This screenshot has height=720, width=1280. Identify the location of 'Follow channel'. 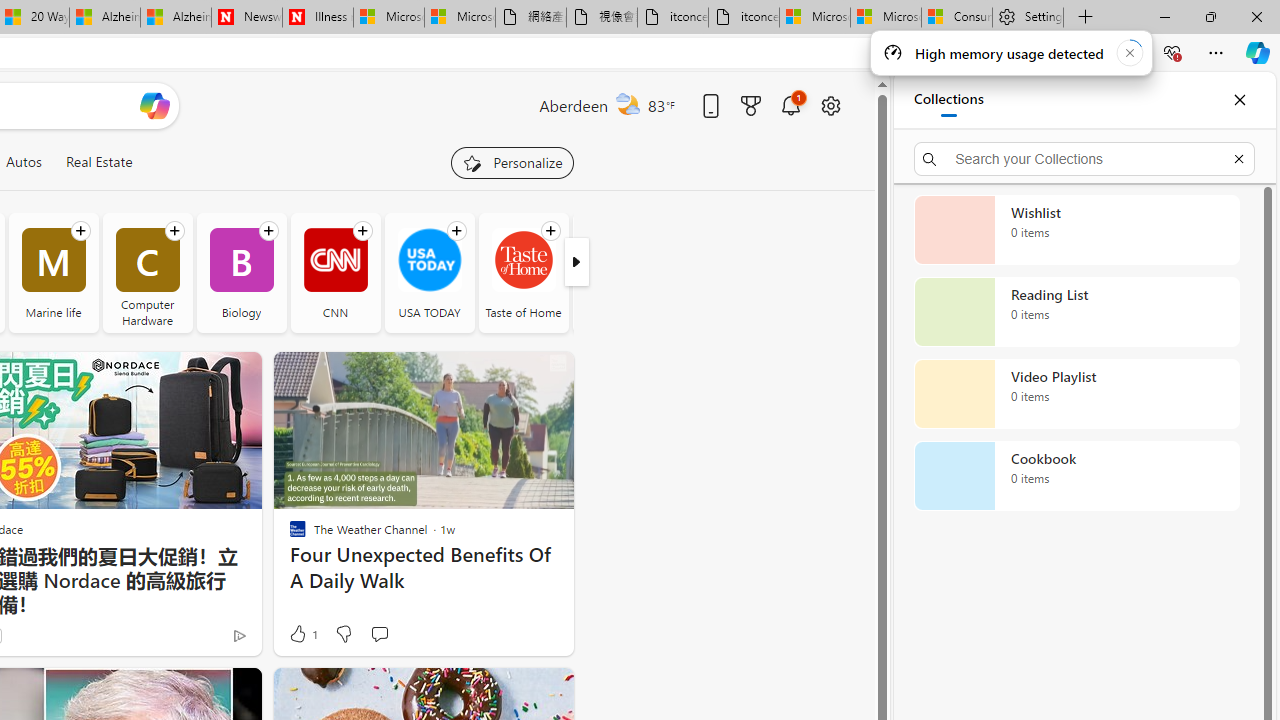
(550, 230).